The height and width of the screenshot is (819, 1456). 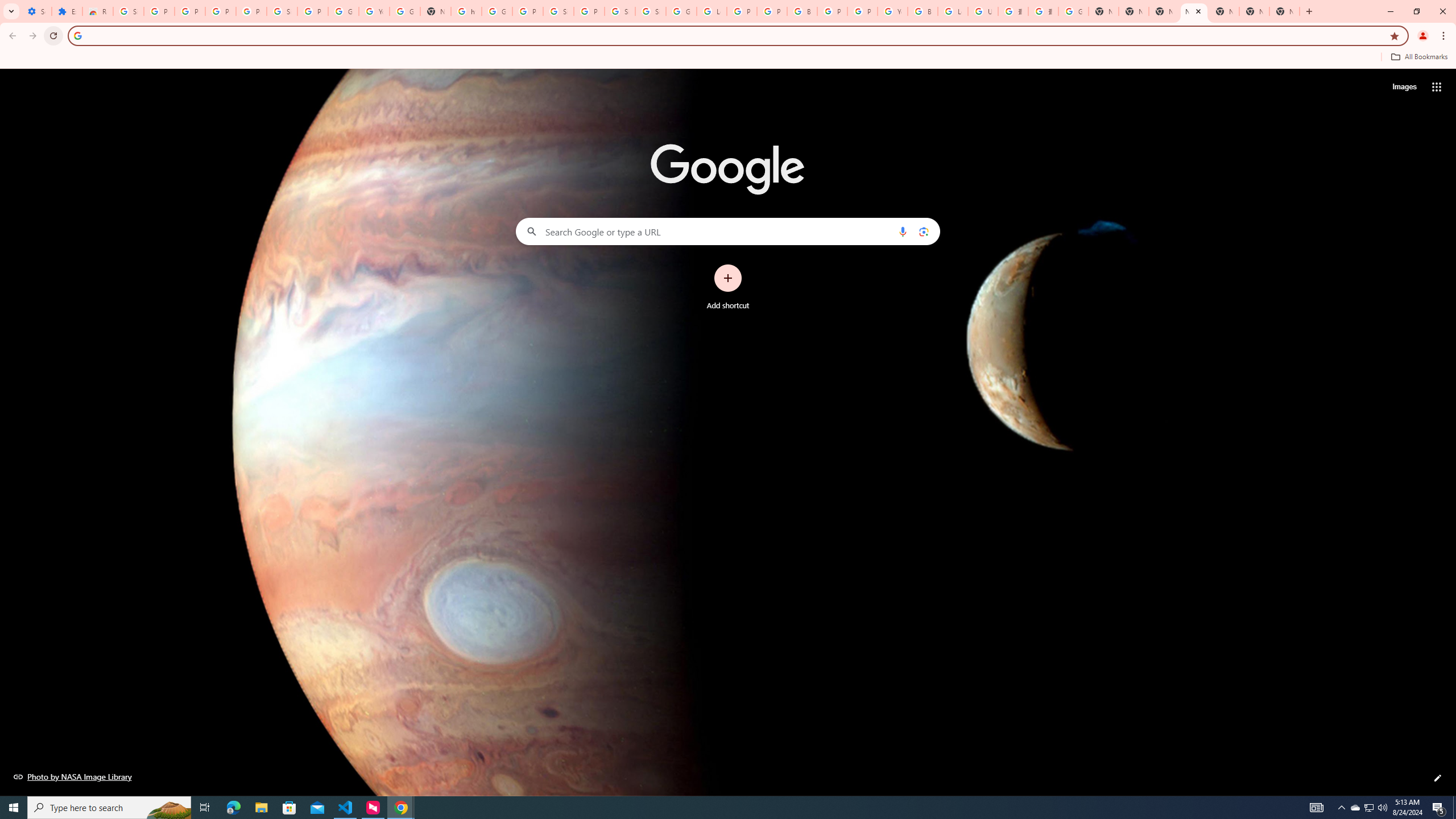 I want to click on 'YouTube', so click(x=892, y=11).